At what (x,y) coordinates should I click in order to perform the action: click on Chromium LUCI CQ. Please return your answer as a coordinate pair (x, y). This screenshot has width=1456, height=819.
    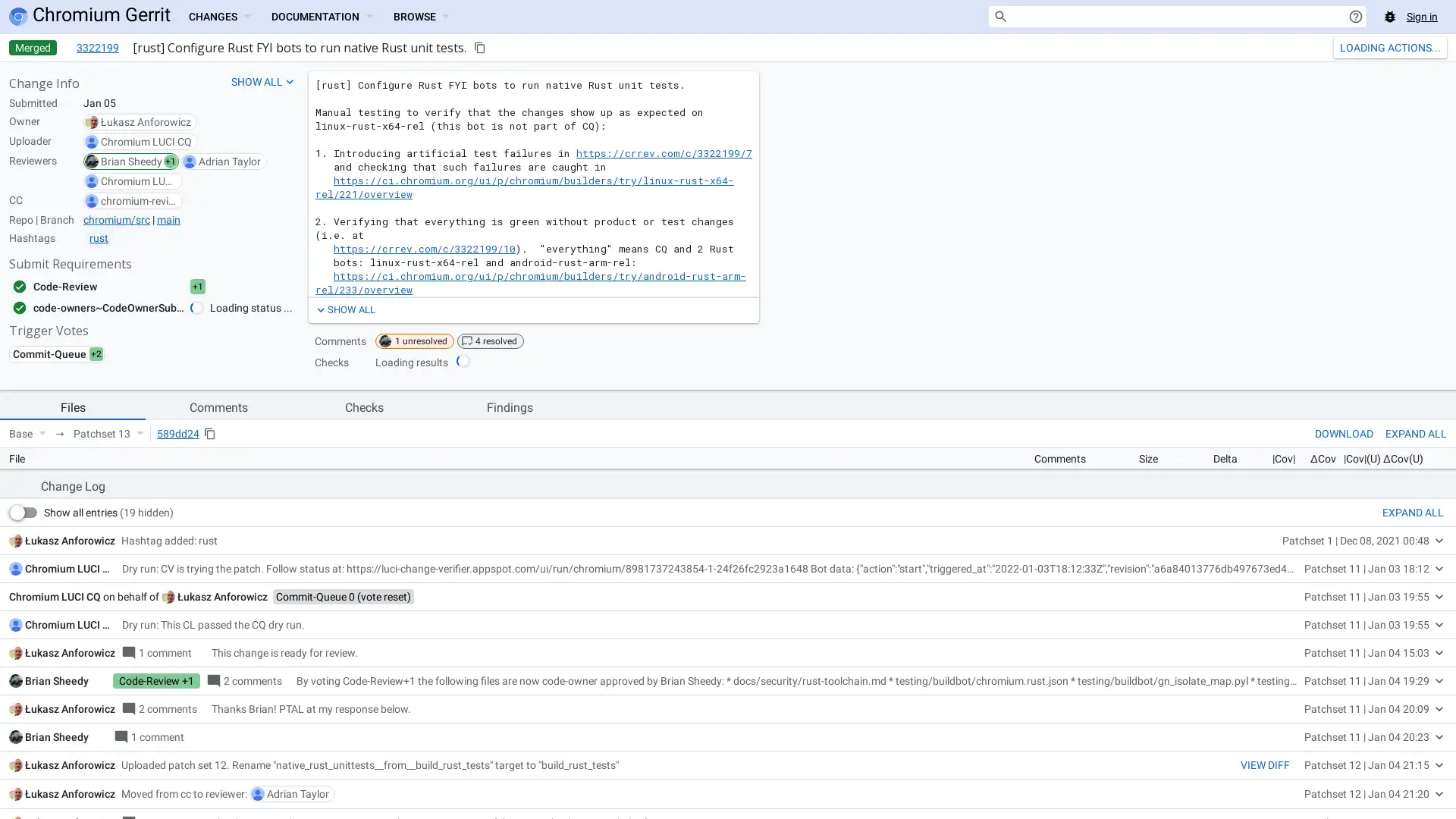
    Looking at the image, I should click on (146, 141).